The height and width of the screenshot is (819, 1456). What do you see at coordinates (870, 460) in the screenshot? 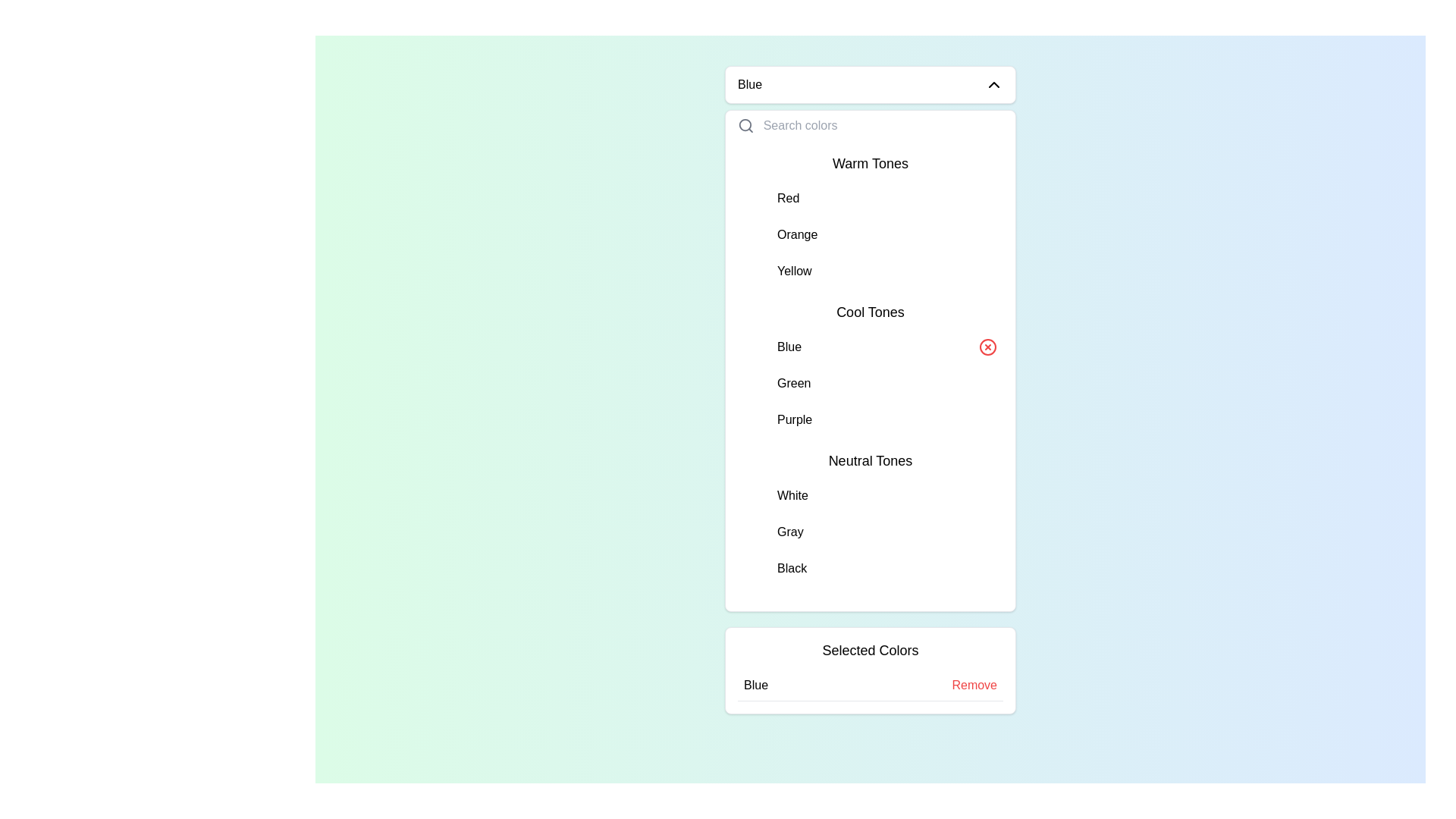
I see `the 'Neutral Tones' label in the color selection menu, which is styled with semi-bold text and is positioned above the color options` at bounding box center [870, 460].